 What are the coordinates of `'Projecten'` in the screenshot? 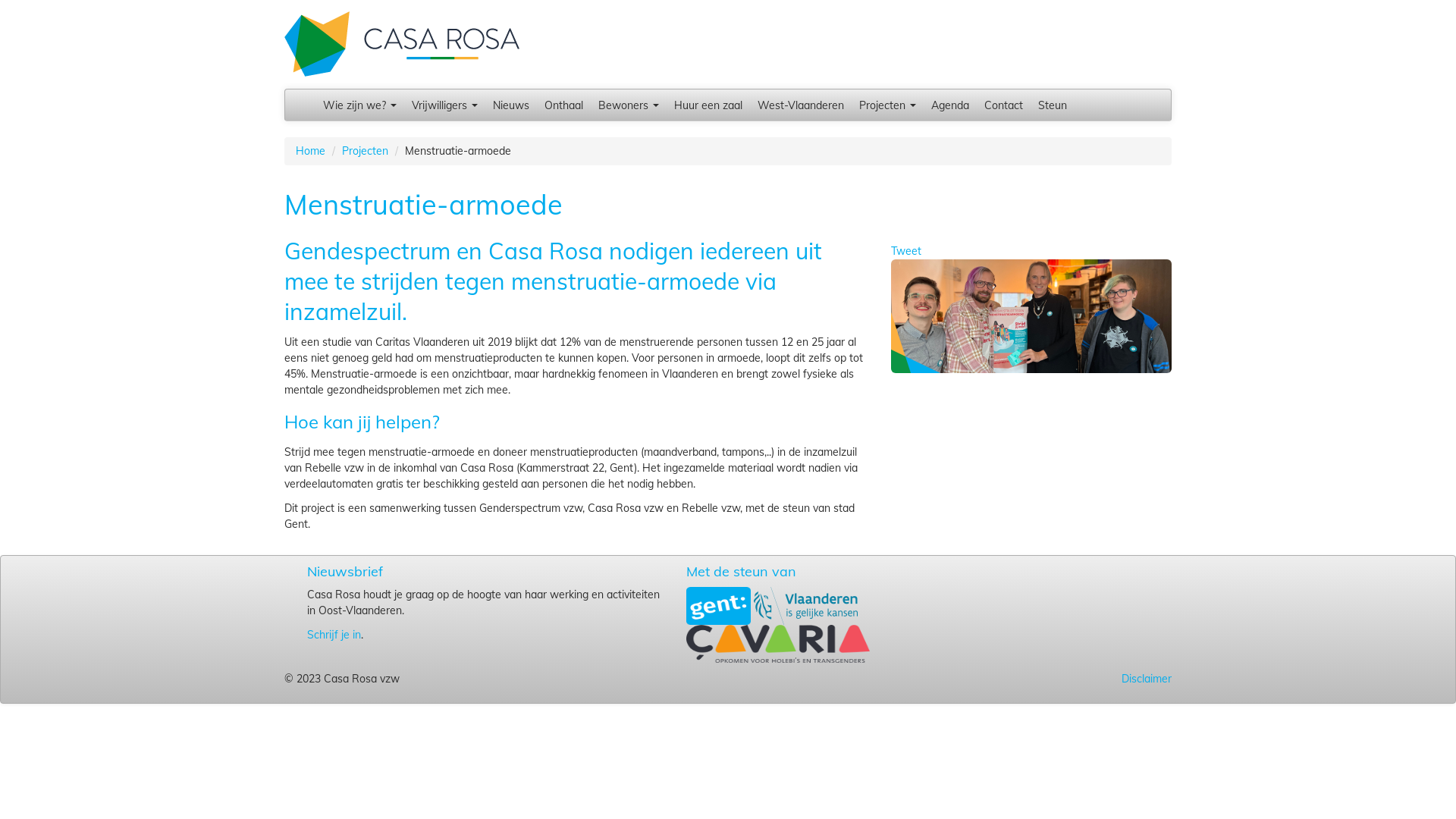 It's located at (887, 104).